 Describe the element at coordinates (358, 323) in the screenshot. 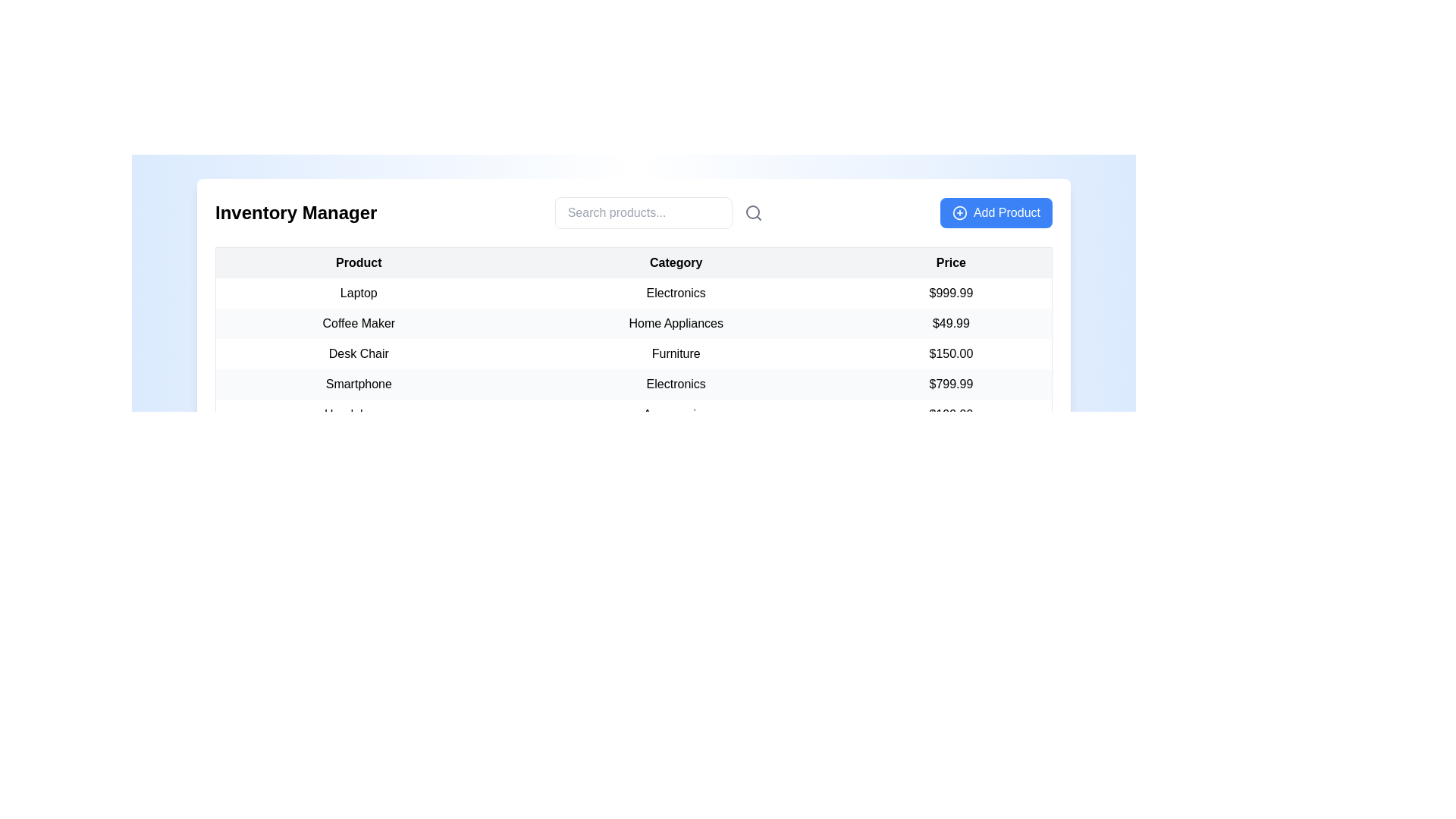

I see `the text label displaying the product name in the second row of the table under the 'Product' column` at that location.